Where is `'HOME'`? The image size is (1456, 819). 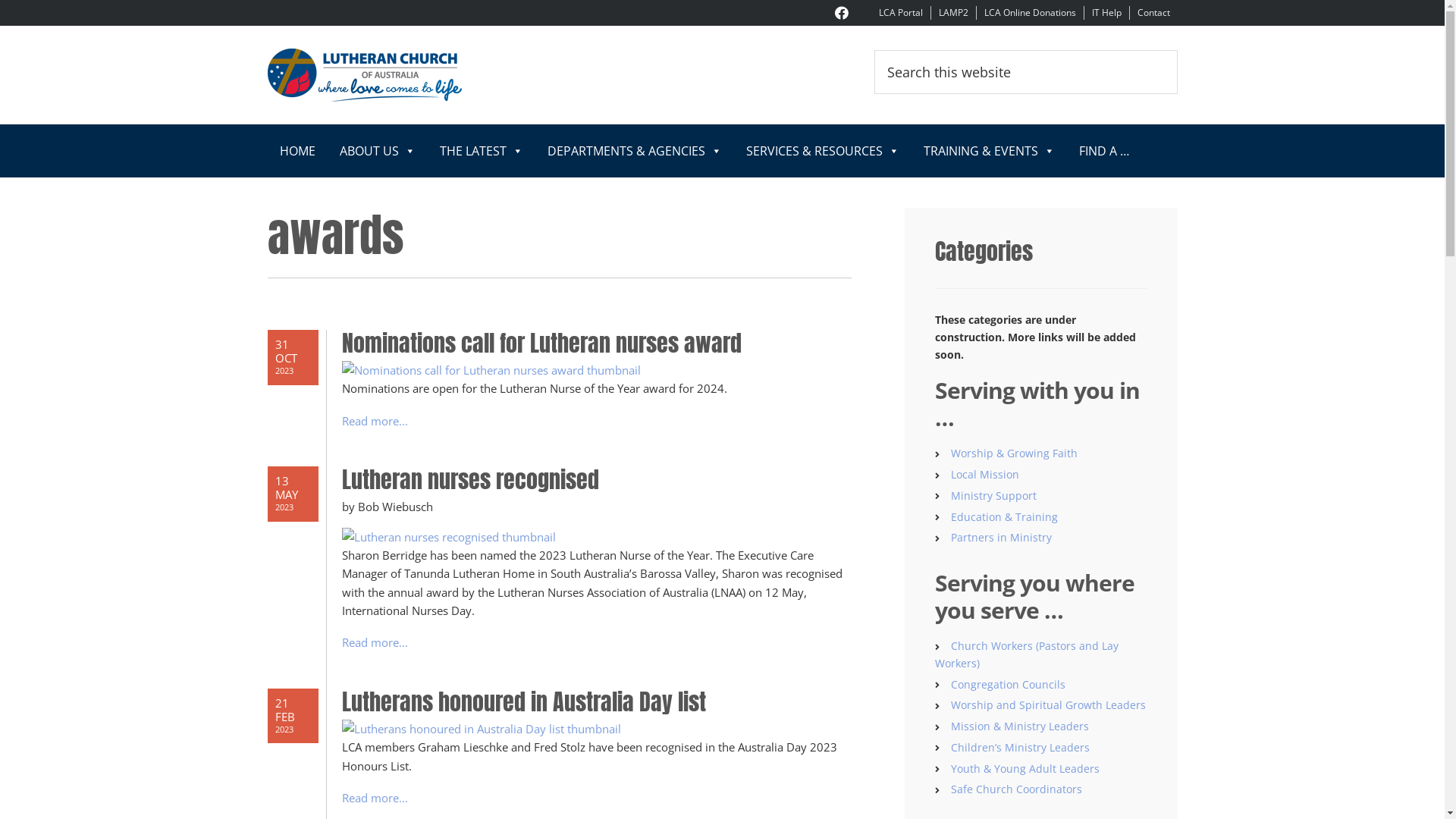
'HOME' is located at coordinates (297, 151).